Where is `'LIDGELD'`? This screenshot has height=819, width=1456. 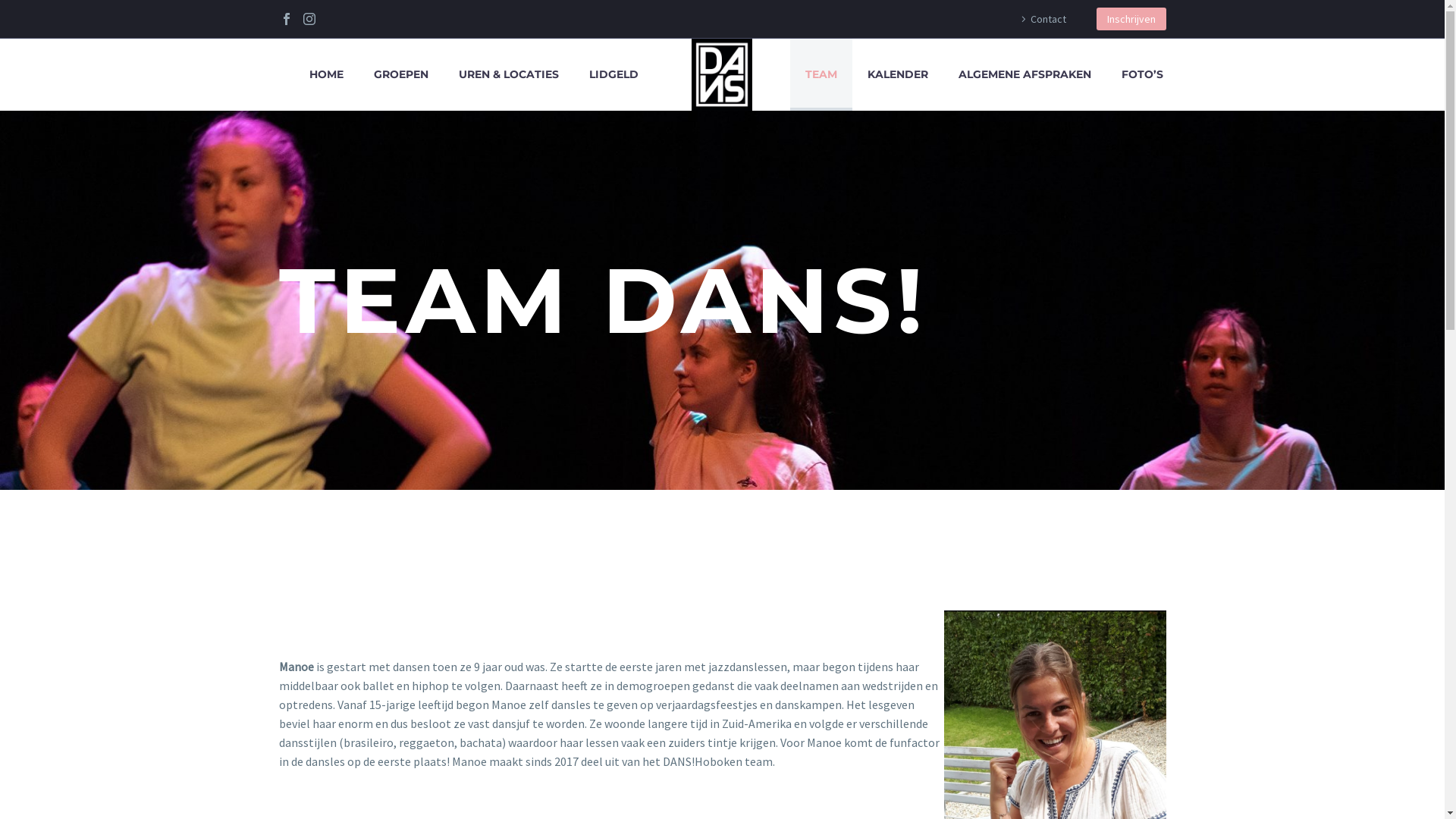 'LIDGELD' is located at coordinates (613, 74).